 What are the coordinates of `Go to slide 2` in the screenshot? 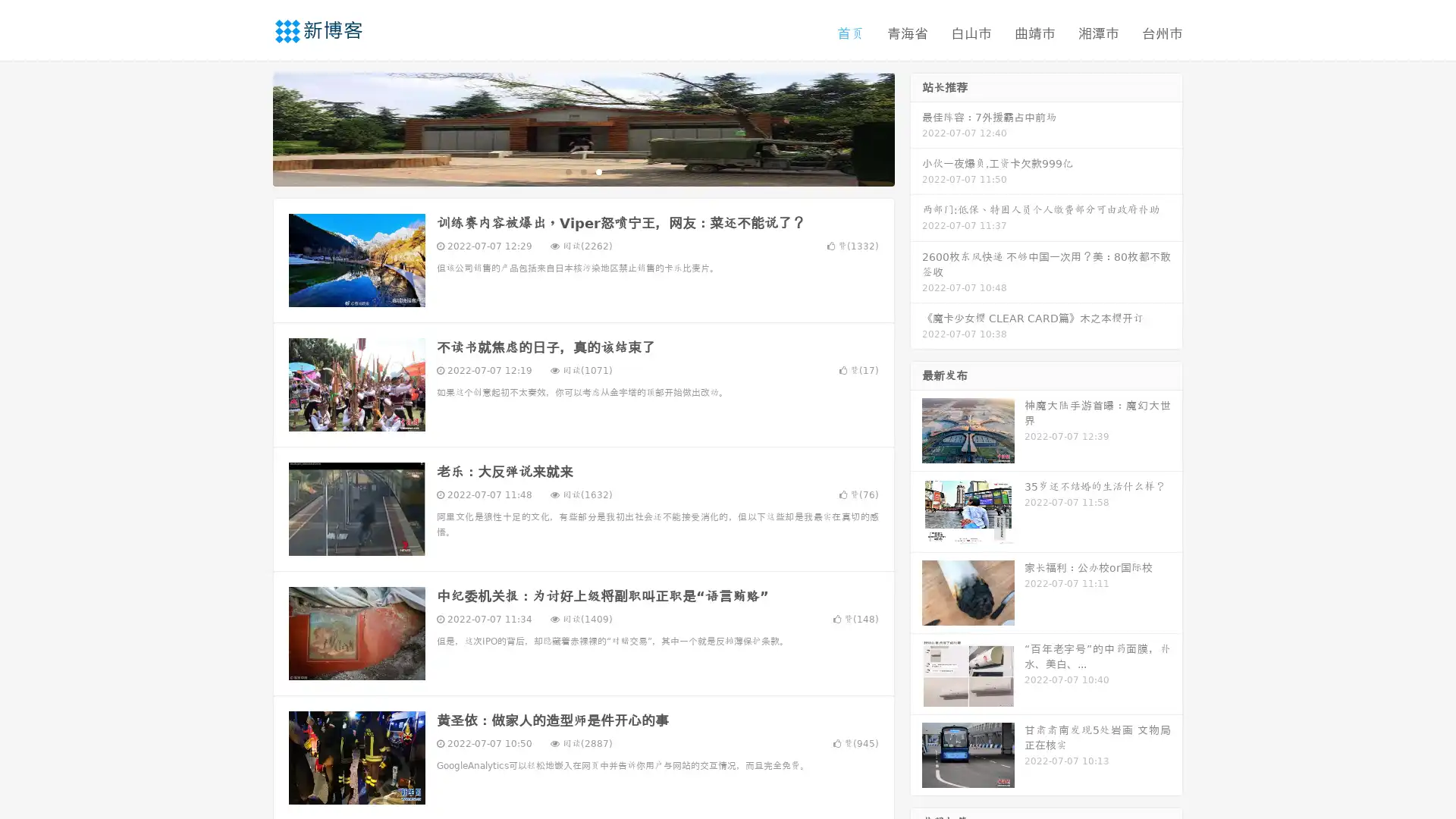 It's located at (582, 171).